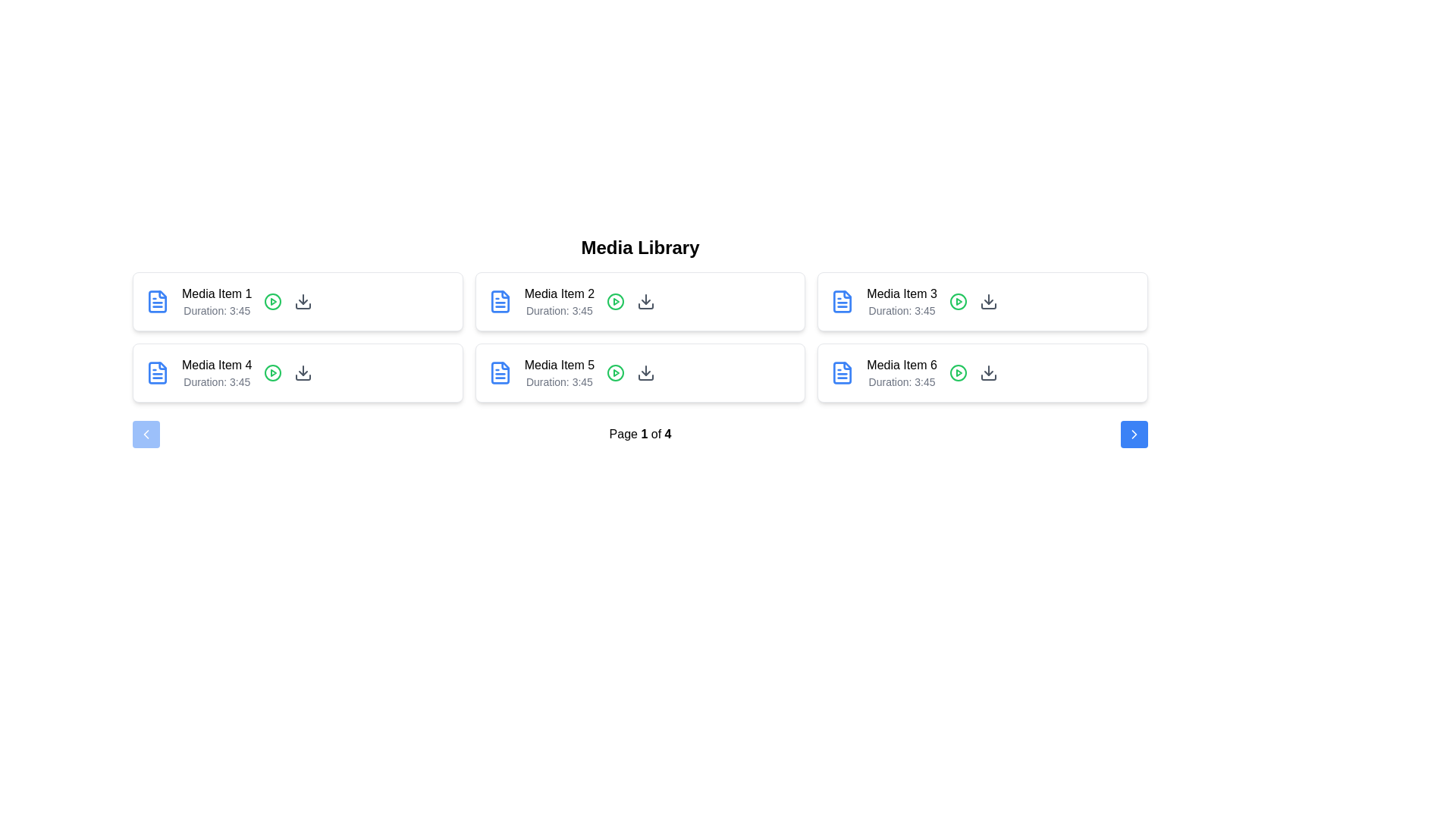  I want to click on the download icon, which resembles a downward arrow into a horizontal line, located at the far right of the row labeled 'Media Item 5', so click(646, 373).